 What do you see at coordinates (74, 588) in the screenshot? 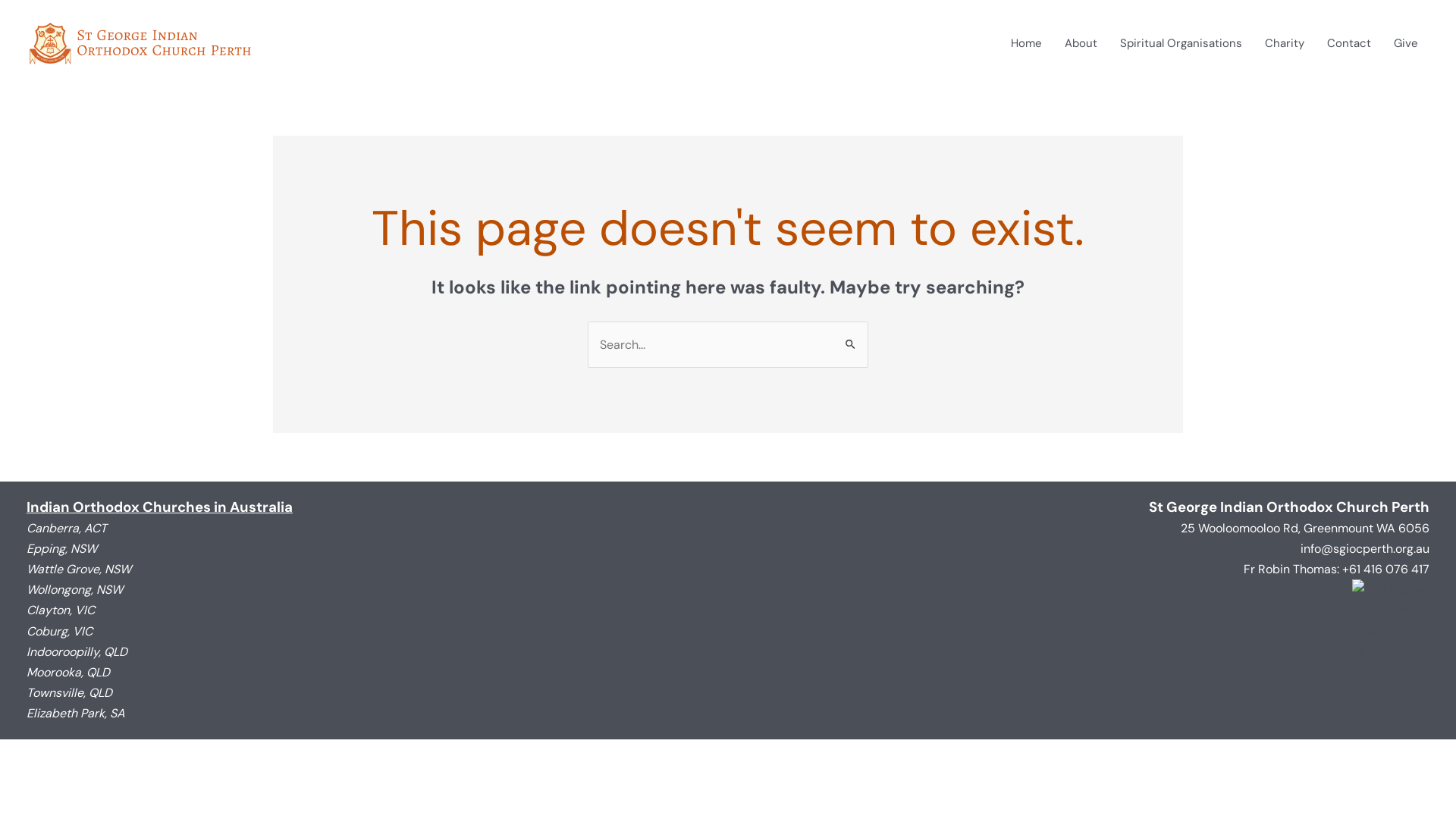
I see `'Wollongong, NSW'` at bounding box center [74, 588].